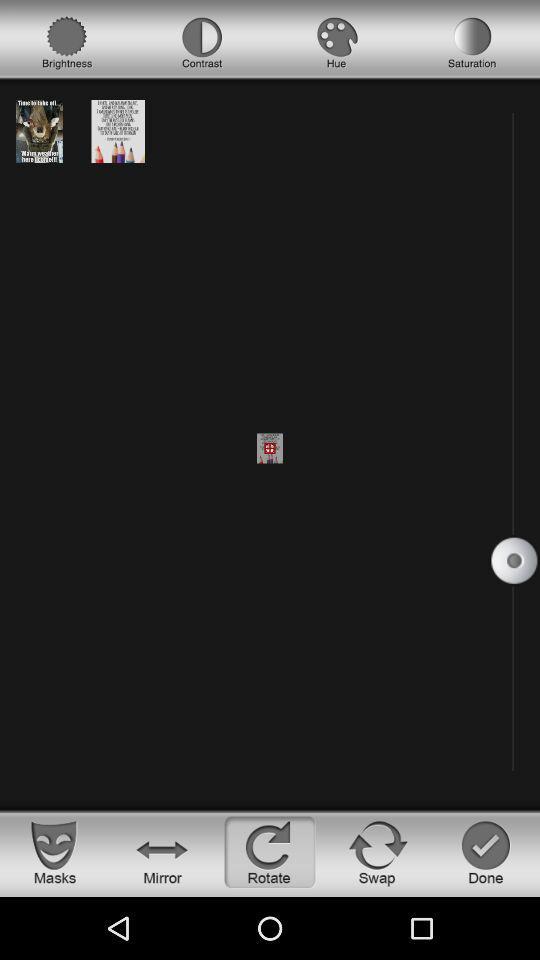 Image resolution: width=540 pixels, height=960 pixels. I want to click on see the masks, so click(54, 851).